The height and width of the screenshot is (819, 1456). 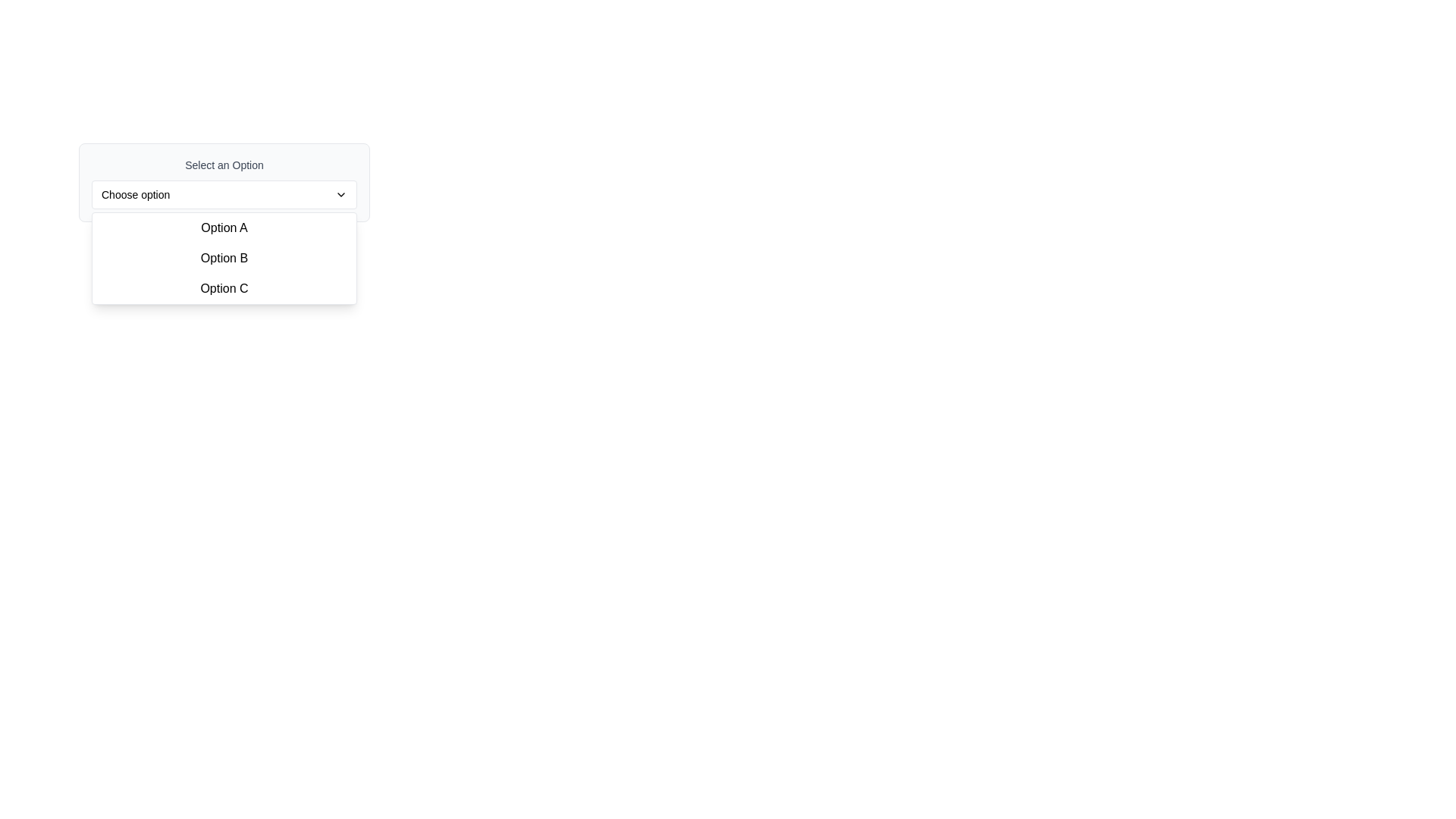 I want to click on the dropdown menu located below the title 'Select an Option', so click(x=351, y=256).